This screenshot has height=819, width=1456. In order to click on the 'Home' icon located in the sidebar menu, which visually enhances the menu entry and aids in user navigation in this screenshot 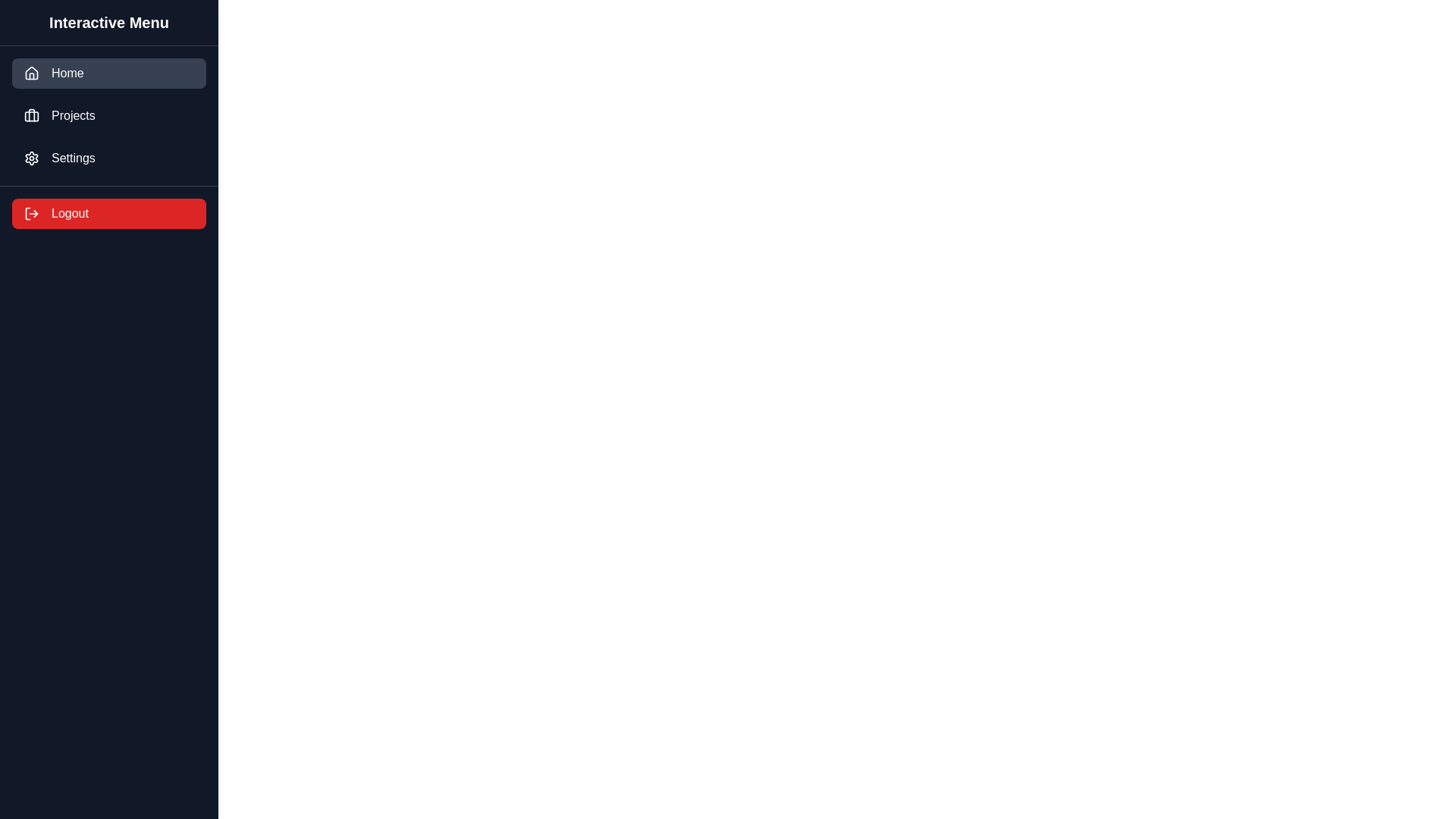, I will do `click(32, 73)`.